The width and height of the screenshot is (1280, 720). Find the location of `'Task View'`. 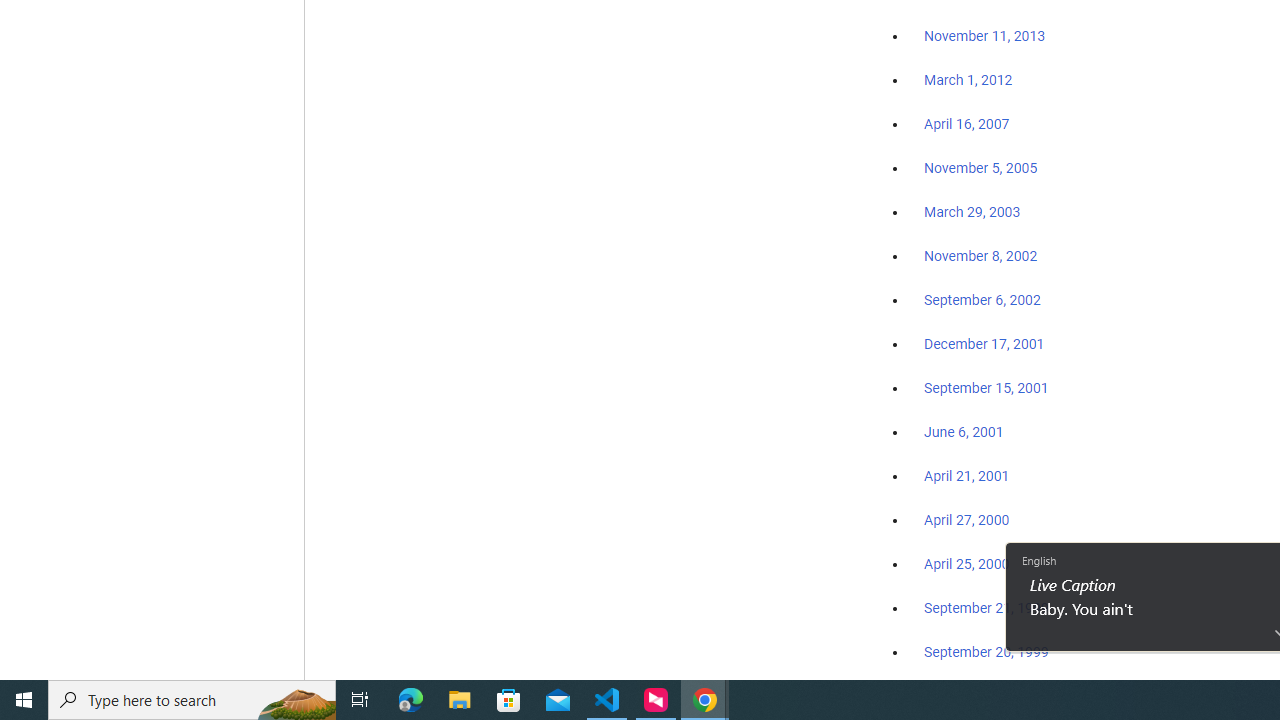

'Task View' is located at coordinates (359, 698).